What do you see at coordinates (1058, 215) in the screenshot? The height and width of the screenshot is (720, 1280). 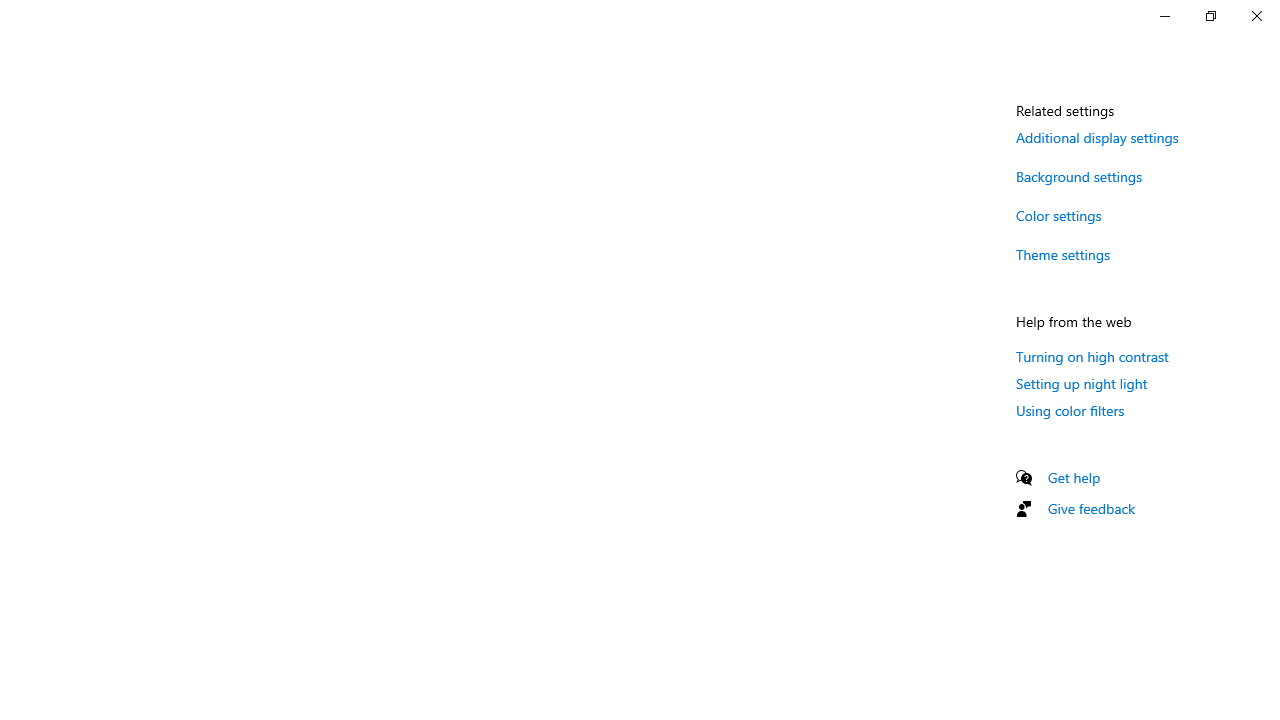 I see `'Color settings'` at bounding box center [1058, 215].